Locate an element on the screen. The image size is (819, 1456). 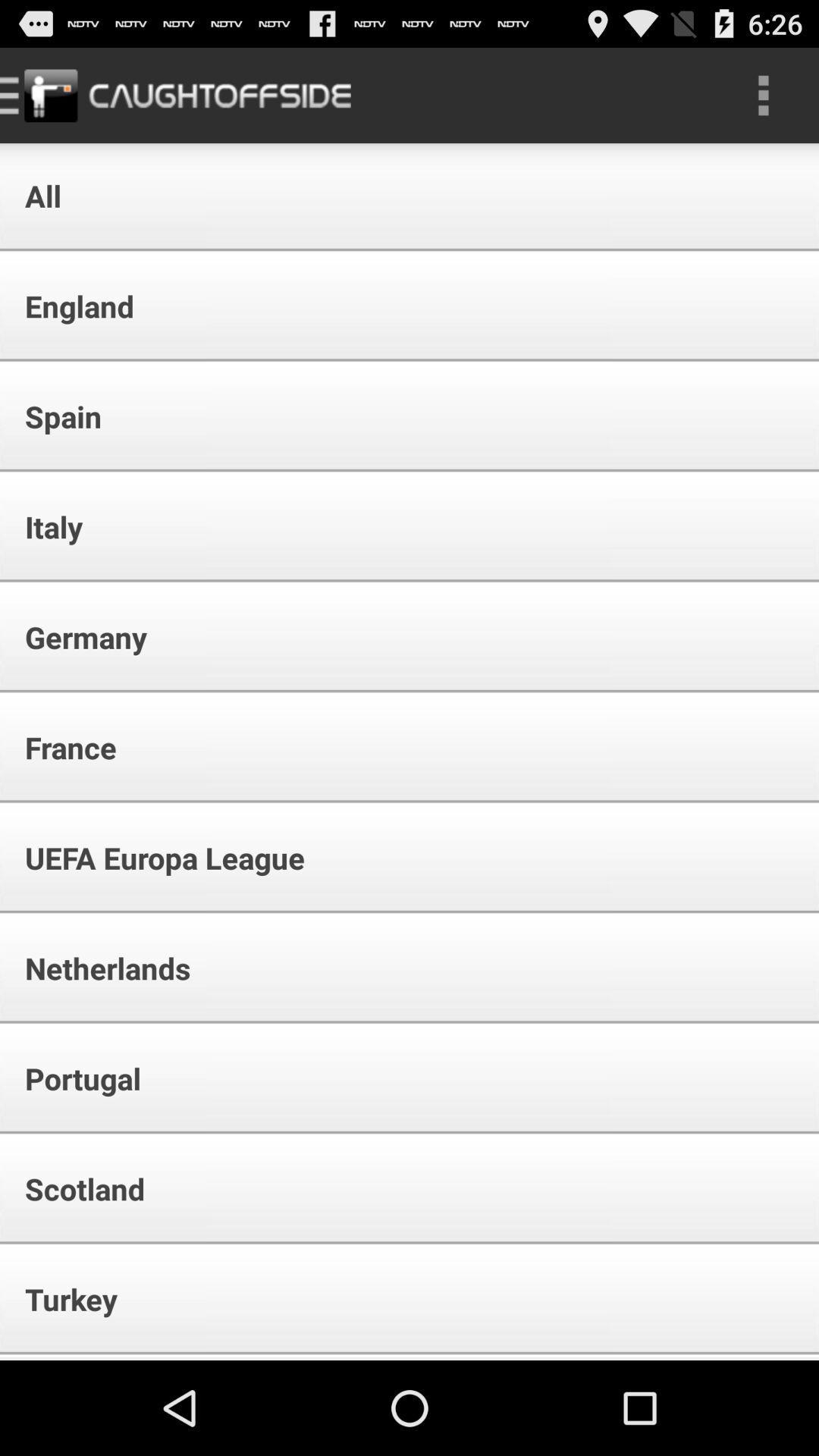
app below scotland icon is located at coordinates (61, 1298).